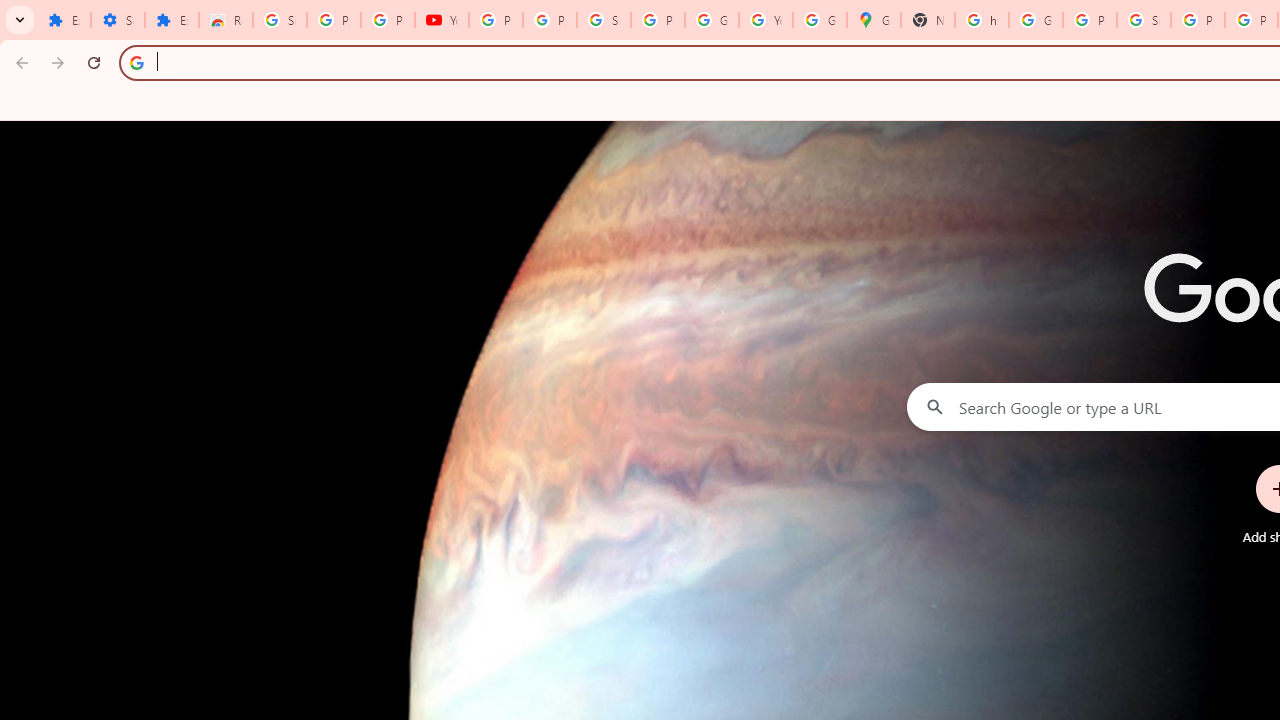 The width and height of the screenshot is (1280, 720). Describe the element at coordinates (440, 20) in the screenshot. I see `'YouTube'` at that location.